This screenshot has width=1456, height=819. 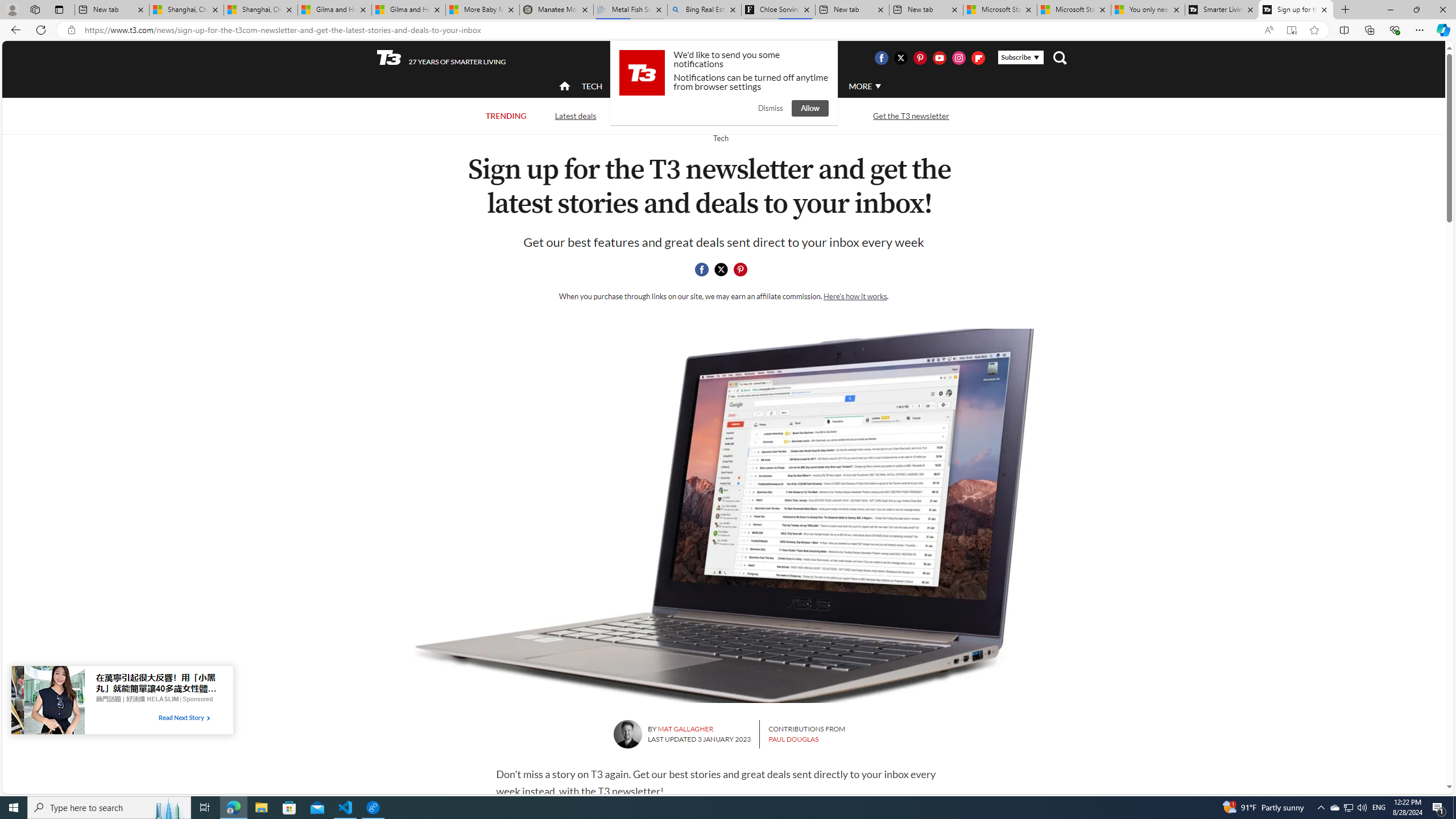 What do you see at coordinates (938, 57) in the screenshot?
I see `'Visit us on Youtube'` at bounding box center [938, 57].